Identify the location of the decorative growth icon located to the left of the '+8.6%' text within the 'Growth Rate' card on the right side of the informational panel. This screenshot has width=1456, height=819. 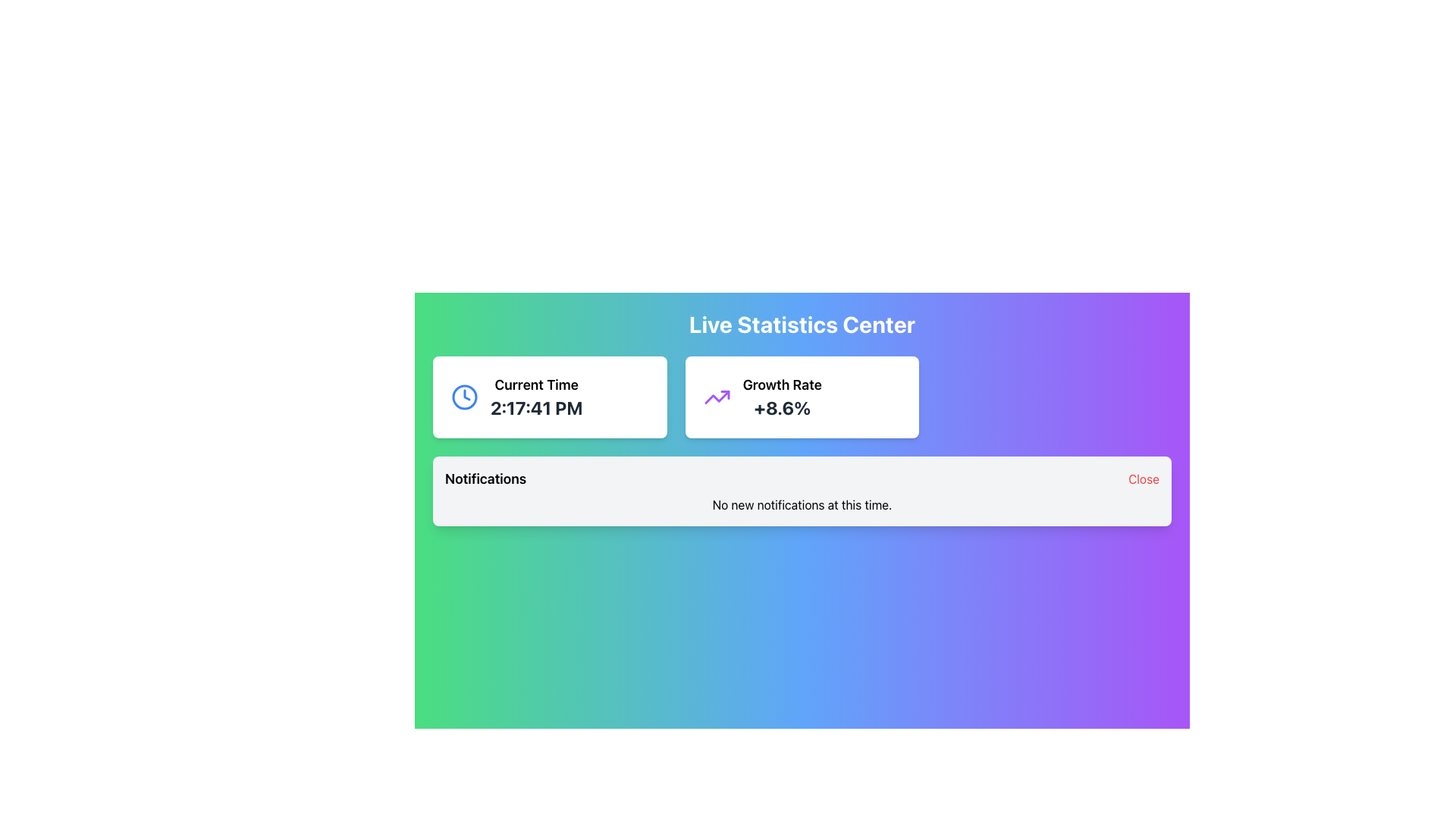
(716, 397).